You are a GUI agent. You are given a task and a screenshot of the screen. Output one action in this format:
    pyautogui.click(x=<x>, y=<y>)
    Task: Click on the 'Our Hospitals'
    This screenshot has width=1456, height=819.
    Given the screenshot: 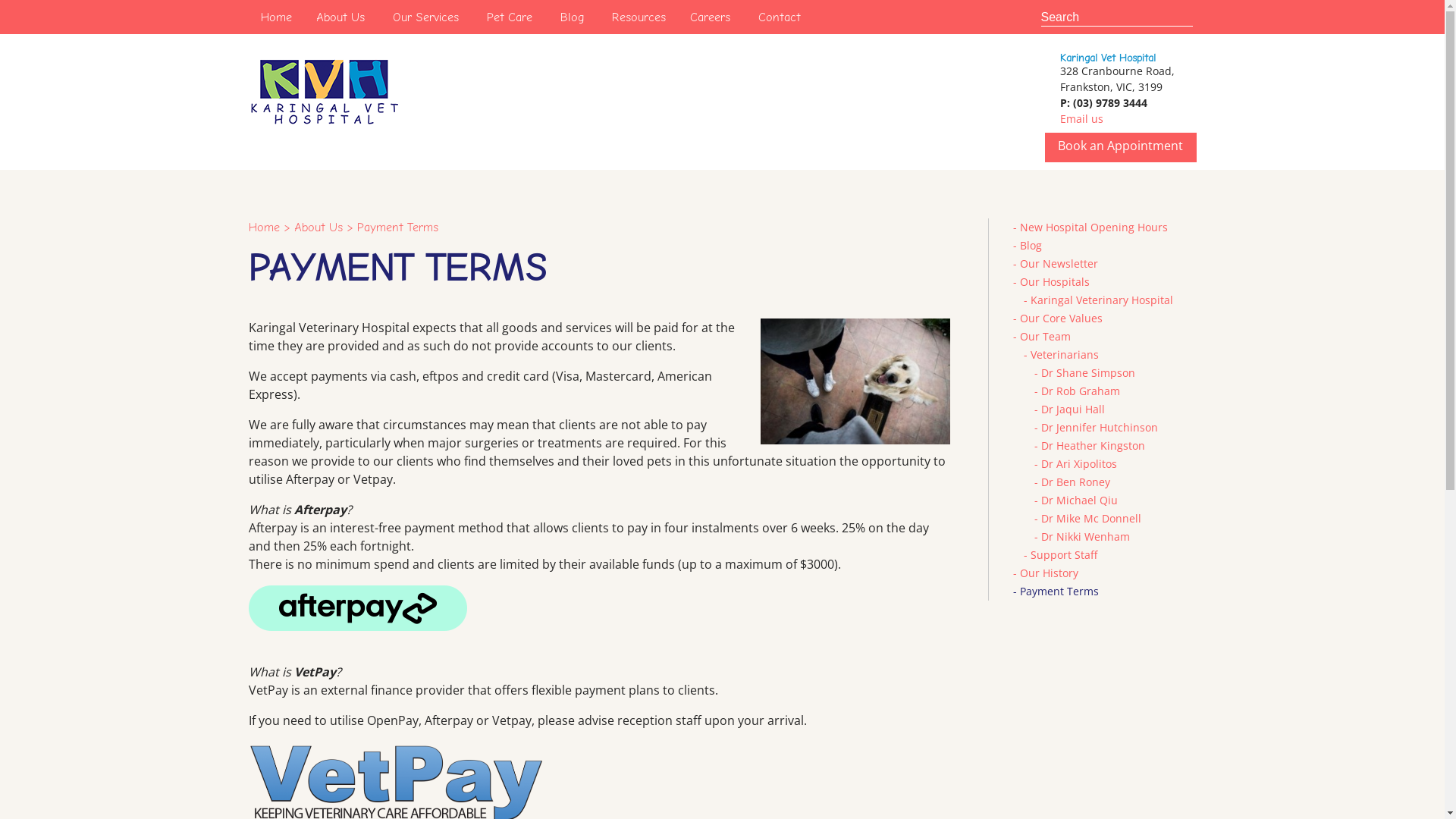 What is the action you would take?
    pyautogui.click(x=1053, y=281)
    